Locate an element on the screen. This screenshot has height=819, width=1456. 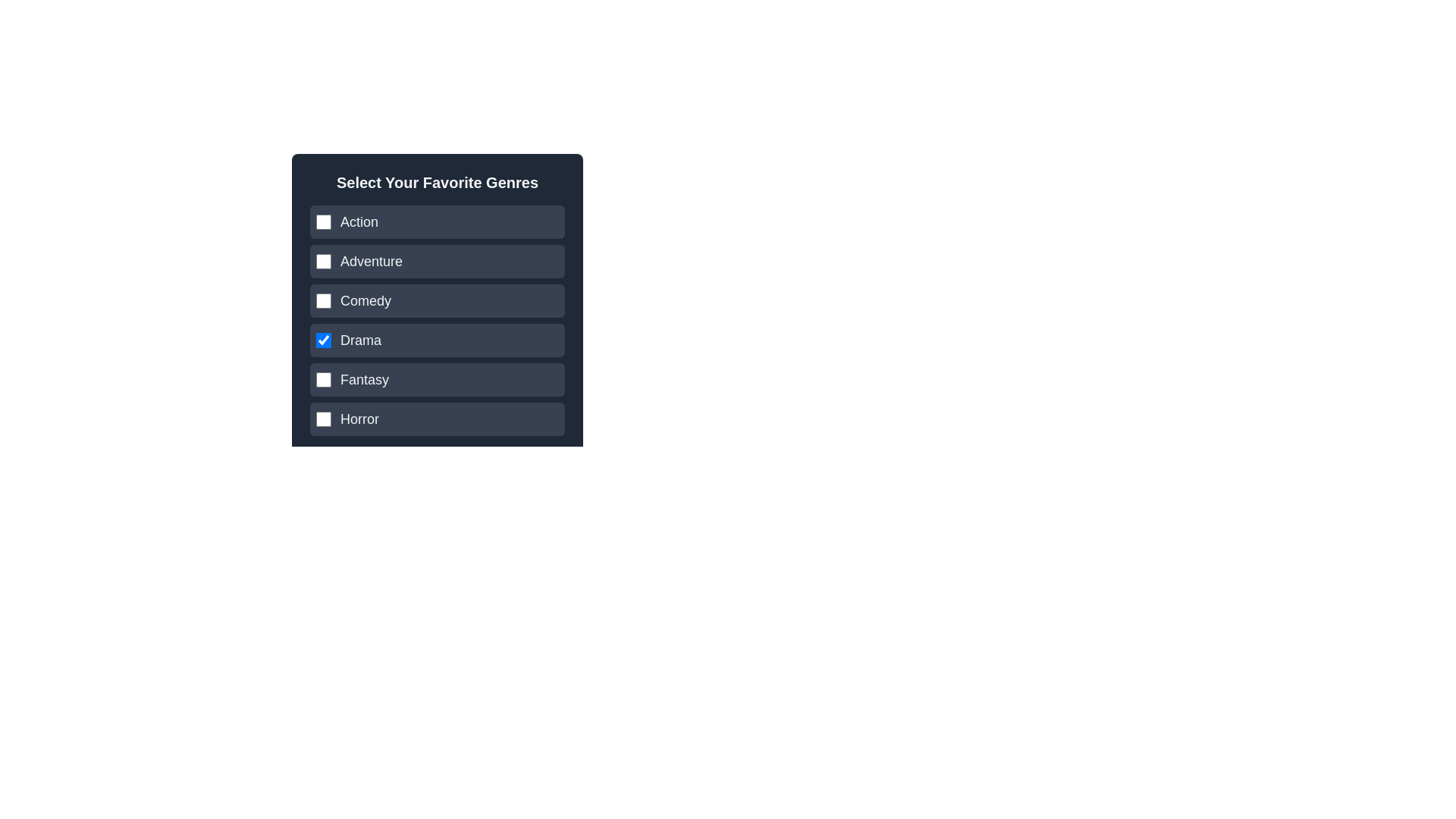
the non-interactive 'Comedy' genre label, which is the third item in a list of genre labels, positioned to the right of the associated checkbox is located at coordinates (366, 301).